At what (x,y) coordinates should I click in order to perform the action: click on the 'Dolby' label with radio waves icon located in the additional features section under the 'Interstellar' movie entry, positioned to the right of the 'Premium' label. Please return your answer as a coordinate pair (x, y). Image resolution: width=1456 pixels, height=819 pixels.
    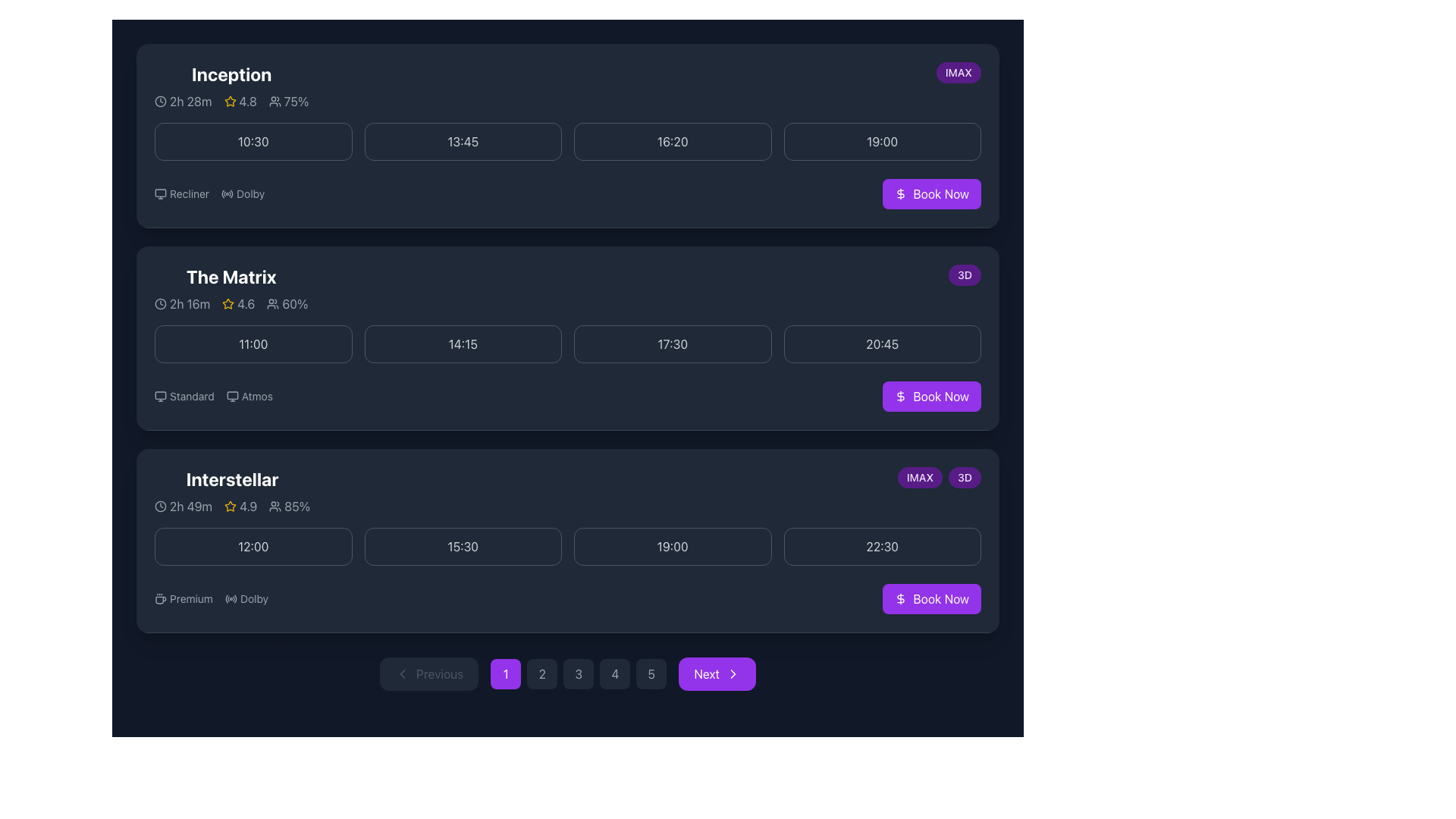
    Looking at the image, I should click on (246, 598).